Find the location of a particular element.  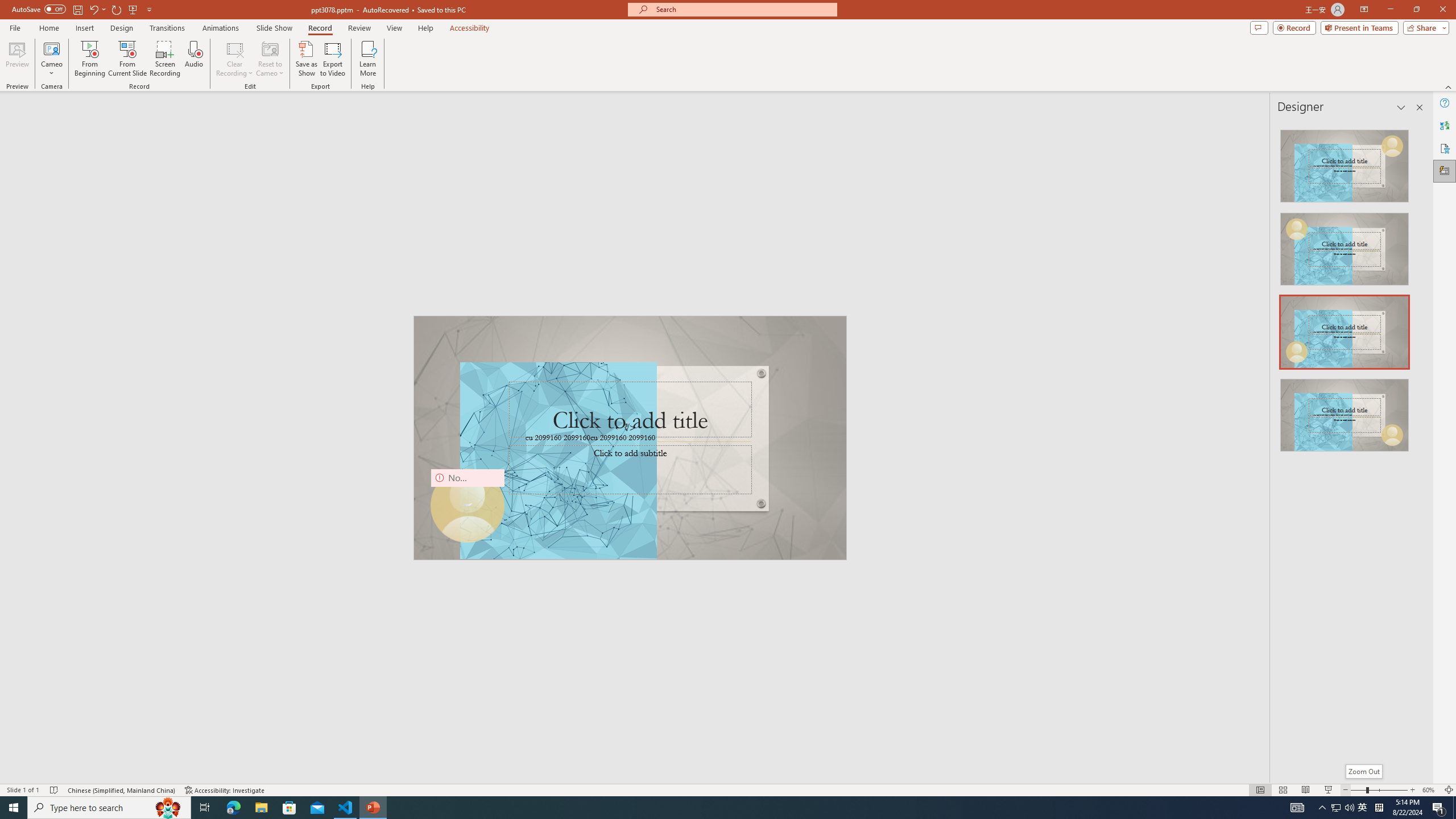

'Home' is located at coordinates (48, 28).